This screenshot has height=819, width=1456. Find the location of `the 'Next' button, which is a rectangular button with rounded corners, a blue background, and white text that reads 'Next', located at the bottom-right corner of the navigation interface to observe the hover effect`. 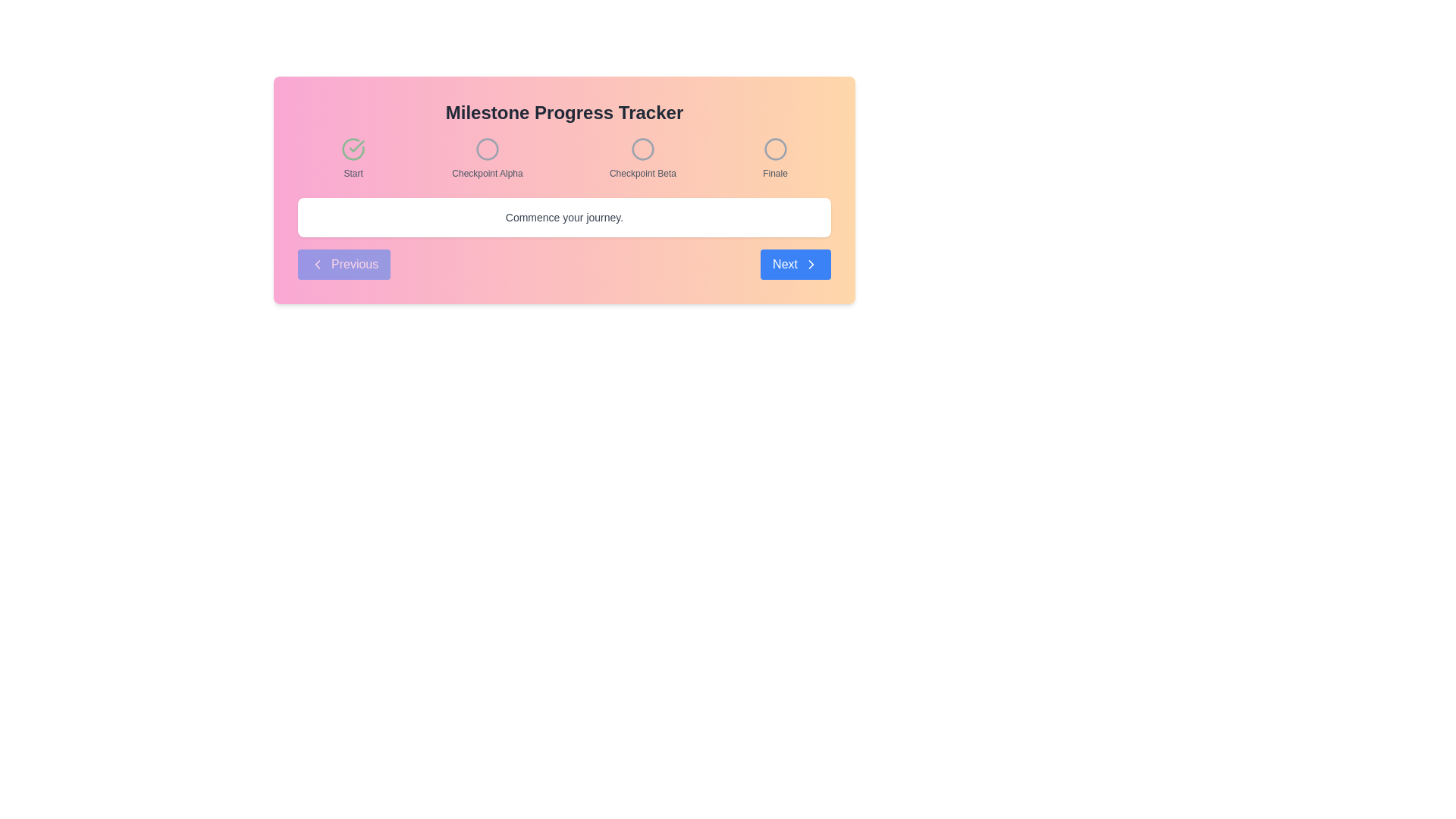

the 'Next' button, which is a rectangular button with rounded corners, a blue background, and white text that reads 'Next', located at the bottom-right corner of the navigation interface to observe the hover effect is located at coordinates (795, 263).